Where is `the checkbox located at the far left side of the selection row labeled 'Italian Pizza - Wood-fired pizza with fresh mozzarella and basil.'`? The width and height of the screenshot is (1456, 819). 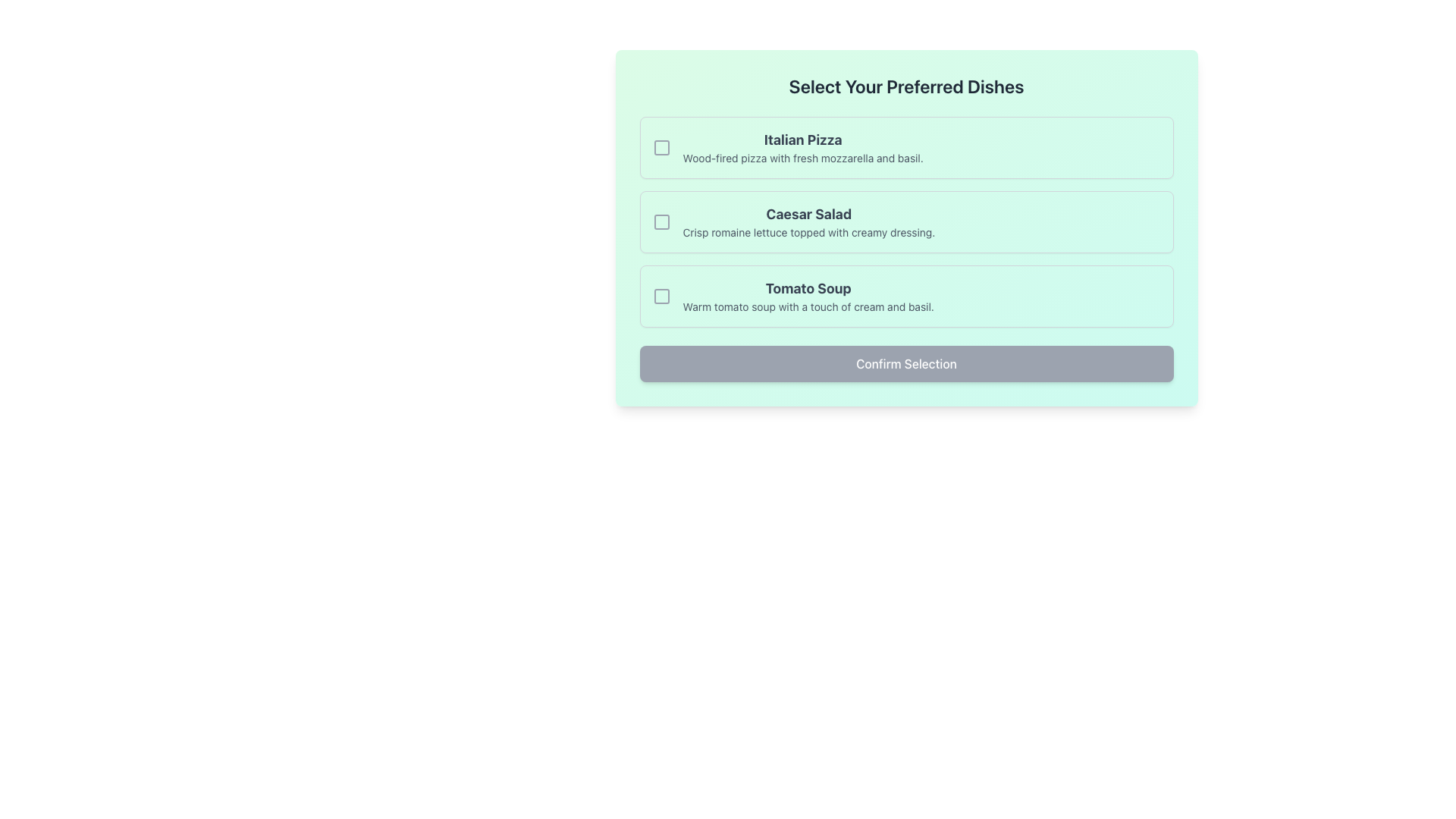 the checkbox located at the far left side of the selection row labeled 'Italian Pizza - Wood-fired pizza with fresh mozzarella and basil.' is located at coordinates (661, 148).